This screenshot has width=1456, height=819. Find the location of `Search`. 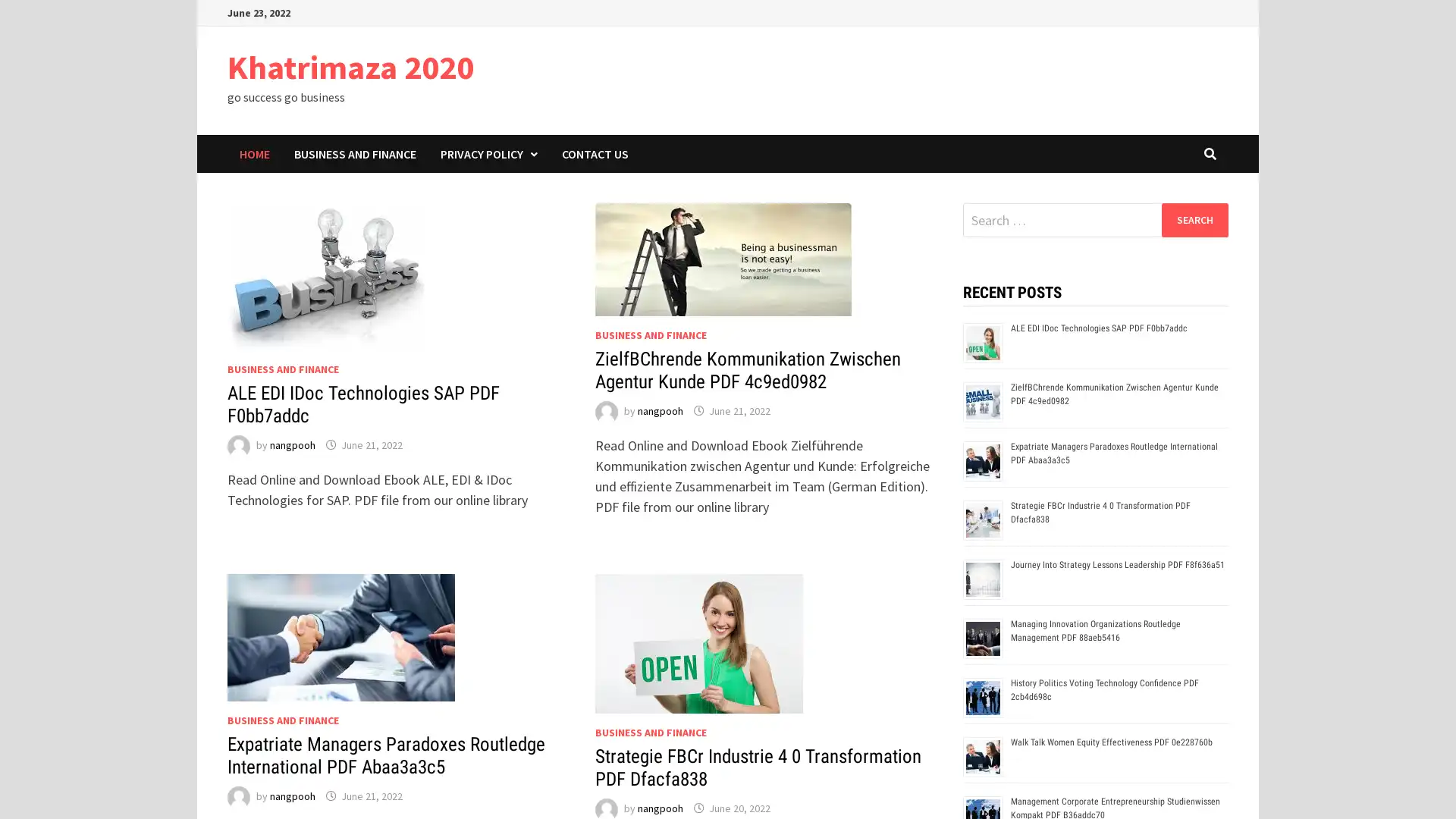

Search is located at coordinates (1194, 219).